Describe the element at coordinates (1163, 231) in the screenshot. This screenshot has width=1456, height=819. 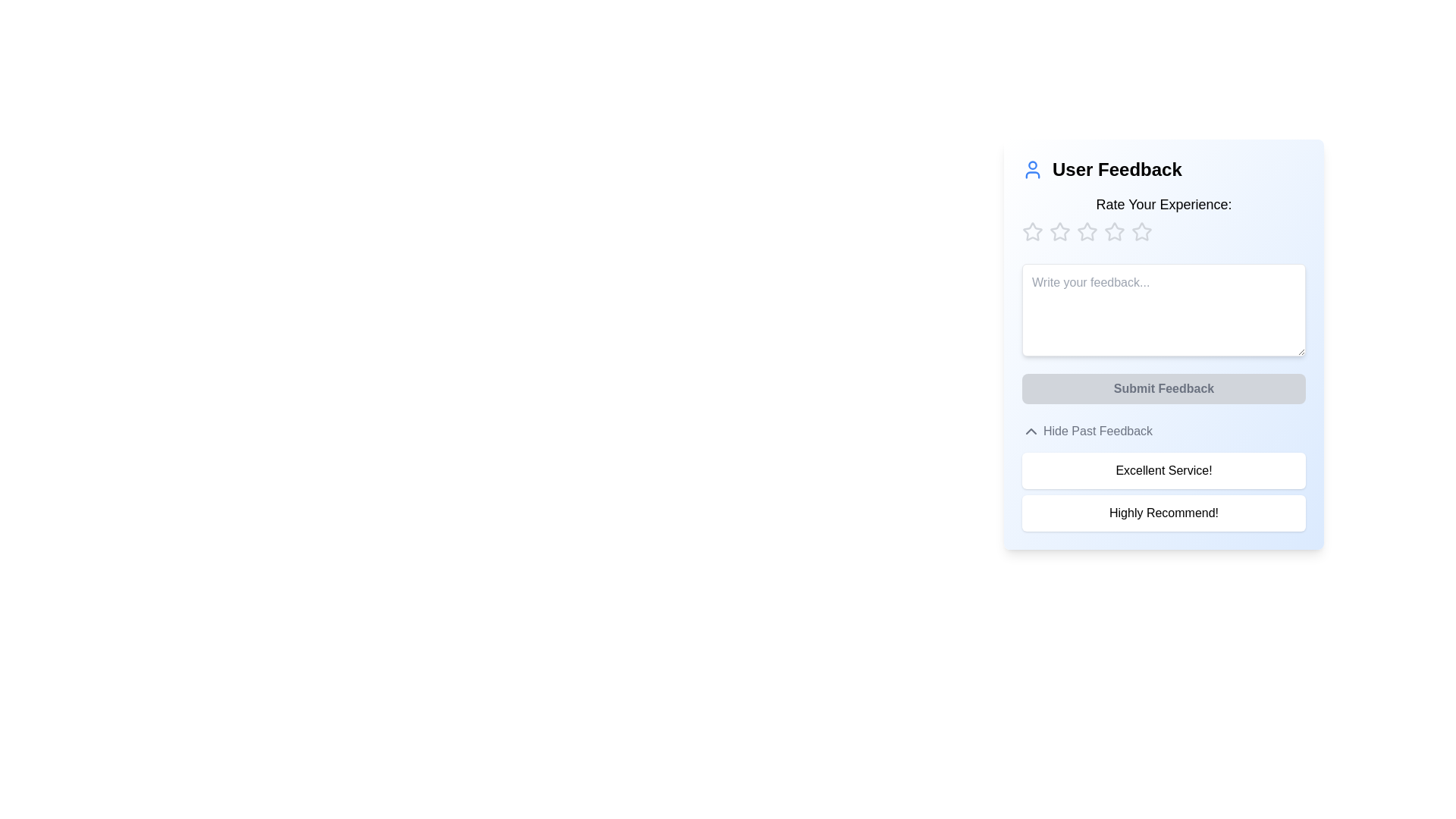
I see `each of the five star icons in the Star rating component to set the rating, which is located in the 'Rate Your Experience:' section above the comments area of the feedback form` at that location.